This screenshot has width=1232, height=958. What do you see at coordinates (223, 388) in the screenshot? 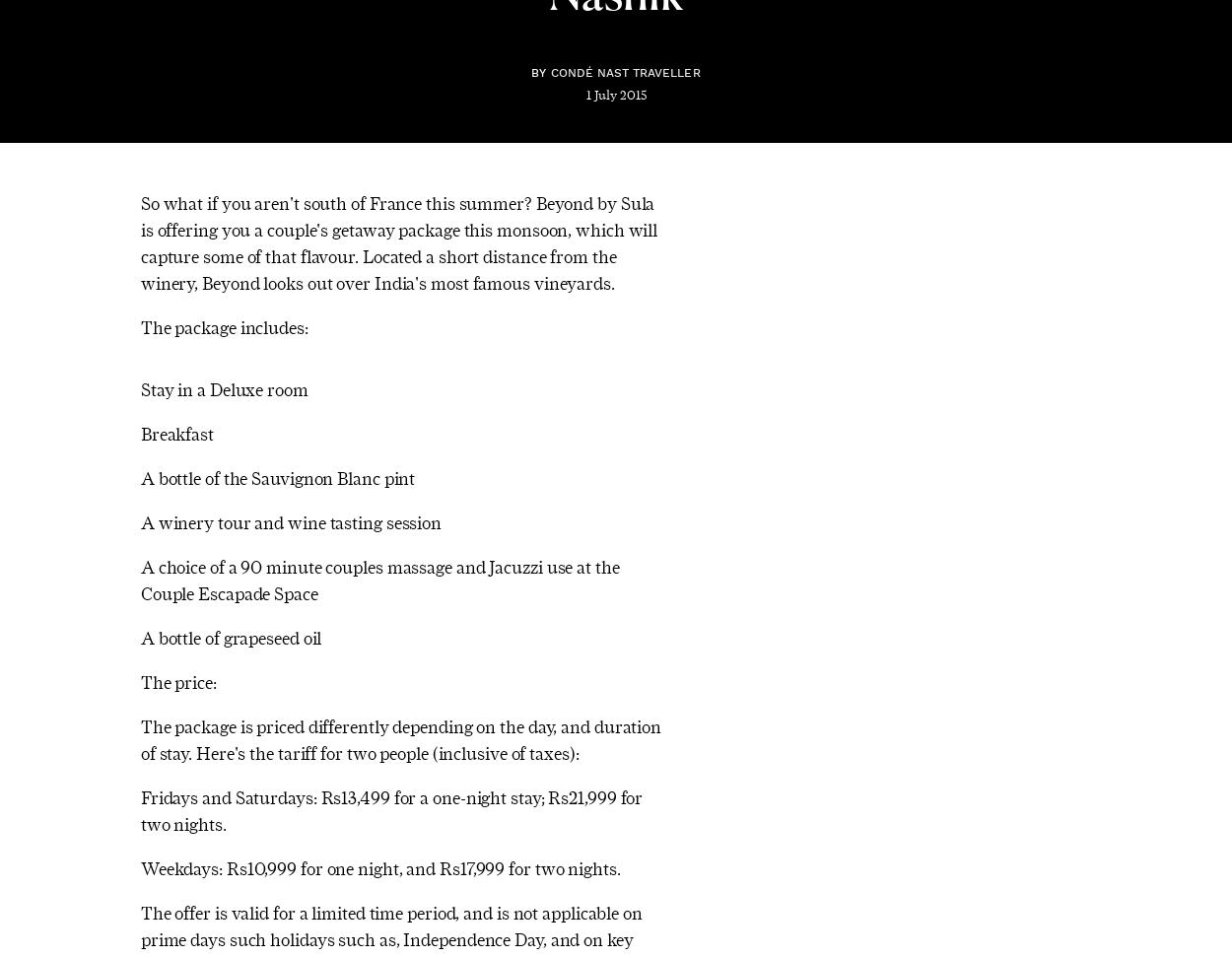
I see `'Stay in a Deluxe room'` at bounding box center [223, 388].